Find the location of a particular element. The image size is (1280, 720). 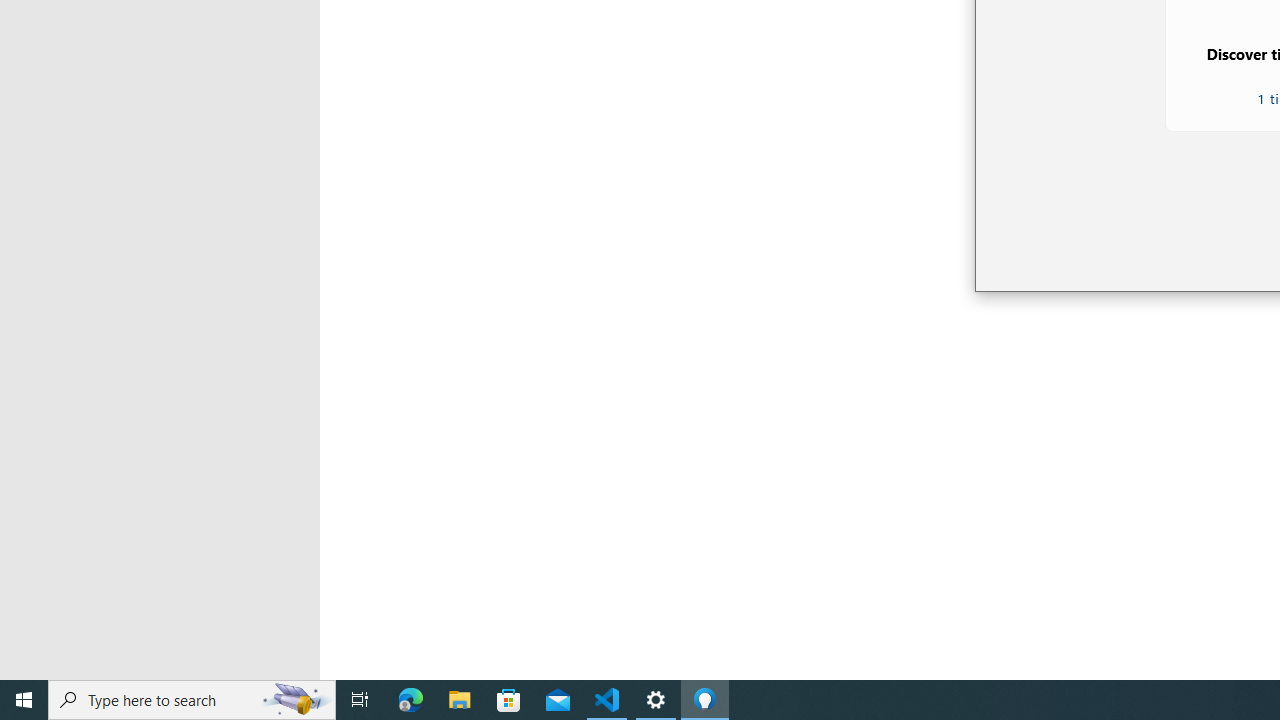

'Search highlights icon opens search home window' is located at coordinates (294, 698).